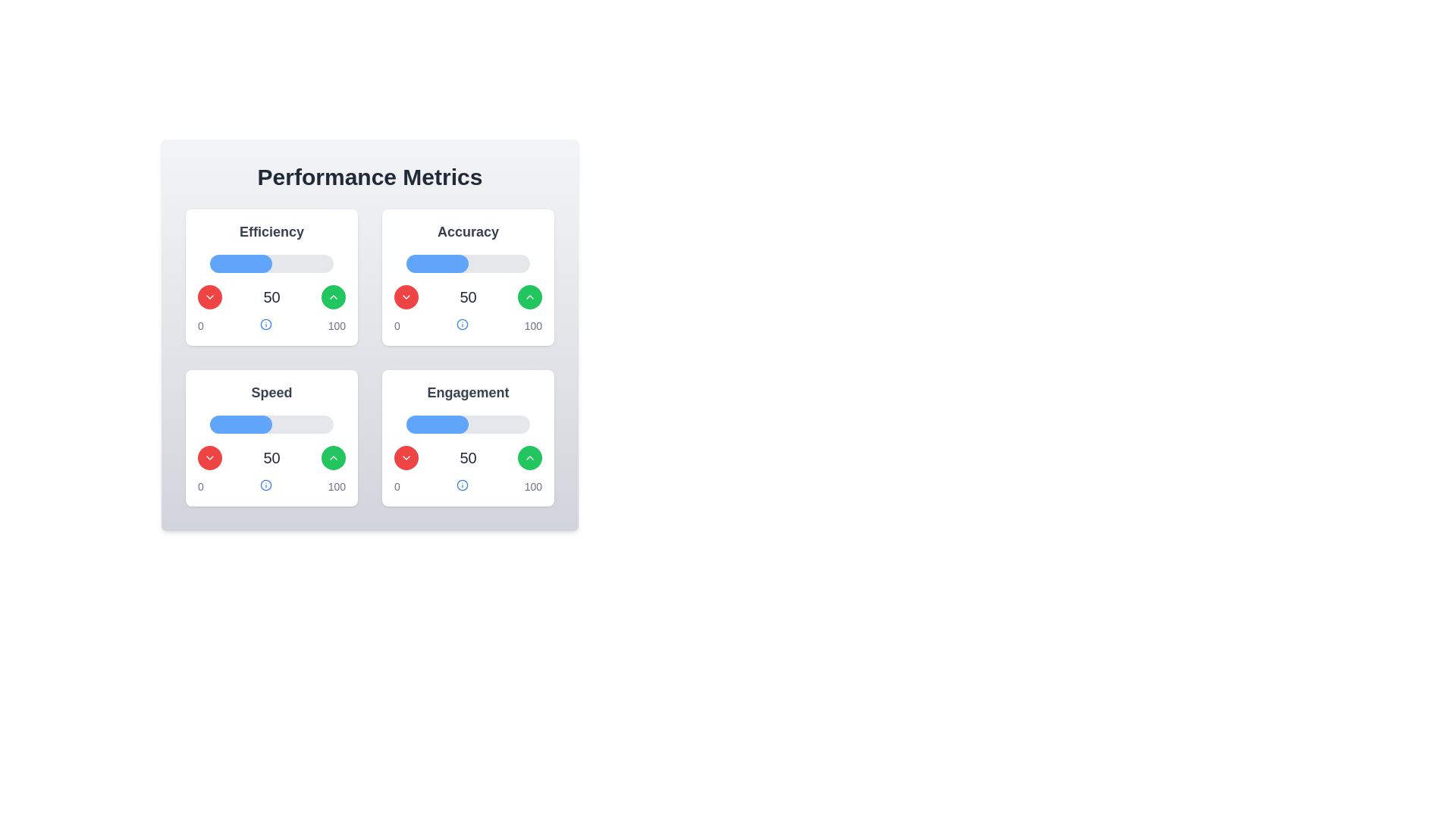 The height and width of the screenshot is (819, 1456). What do you see at coordinates (271, 231) in the screenshot?
I see `the text label that reads 'Efficiency', which is positioned at the top center of a white, rounded rectangular card representing a performance metric` at bounding box center [271, 231].